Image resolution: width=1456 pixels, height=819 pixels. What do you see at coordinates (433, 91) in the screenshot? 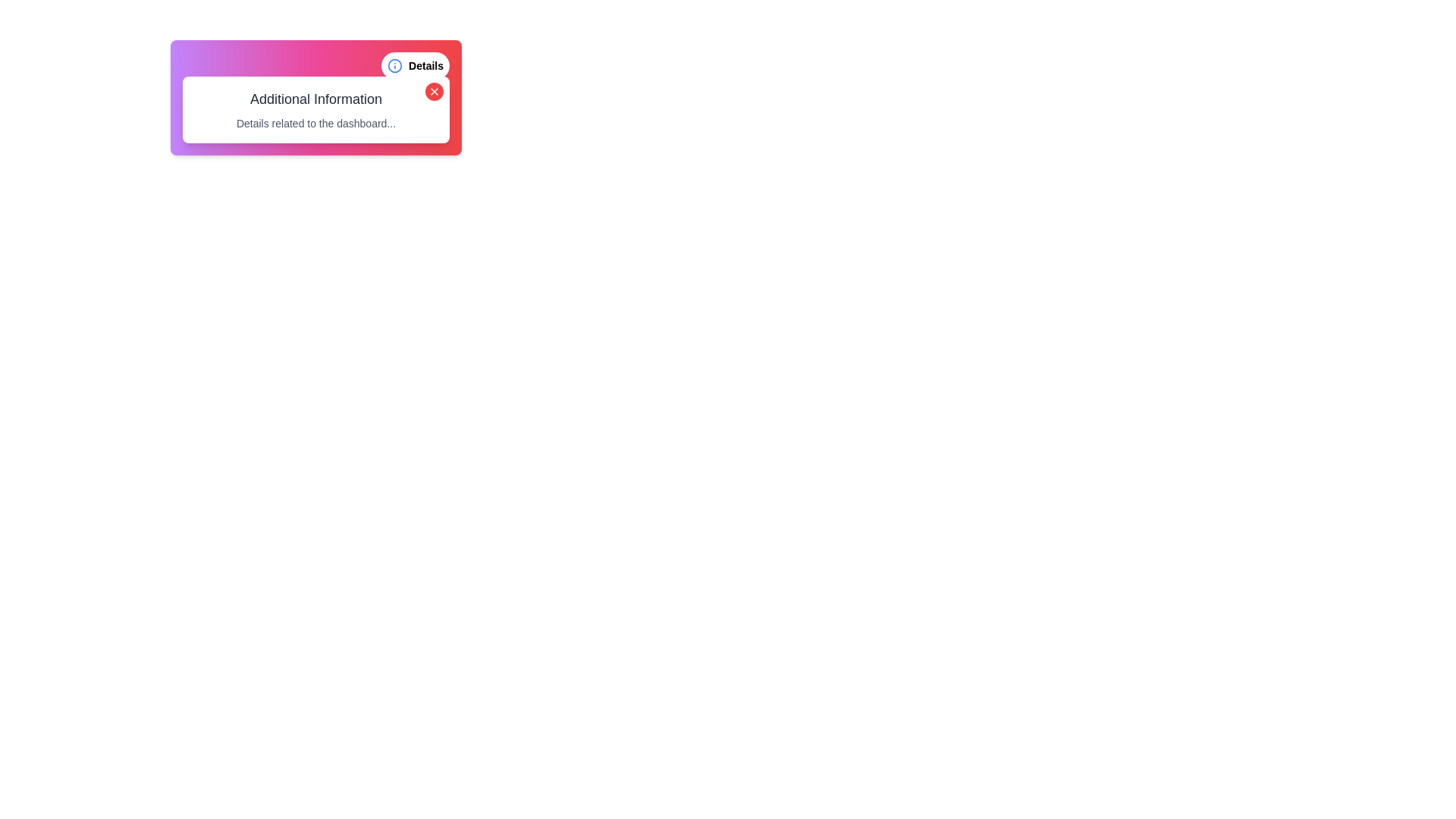
I see `the circular red button with a white cross icon located at the top-right corner of the card` at bounding box center [433, 91].